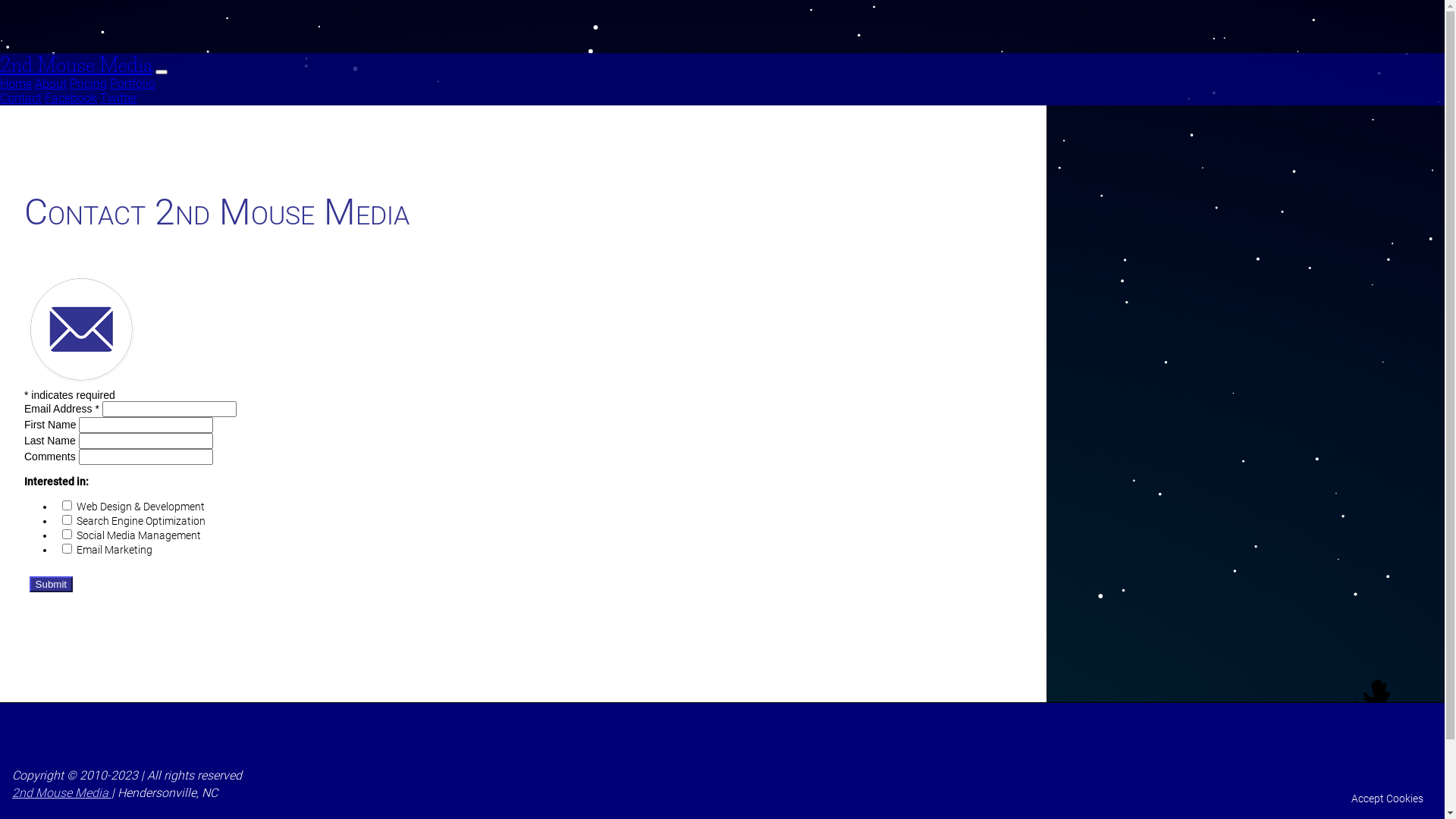 The height and width of the screenshot is (819, 1456). What do you see at coordinates (20, 98) in the screenshot?
I see `'Contact'` at bounding box center [20, 98].